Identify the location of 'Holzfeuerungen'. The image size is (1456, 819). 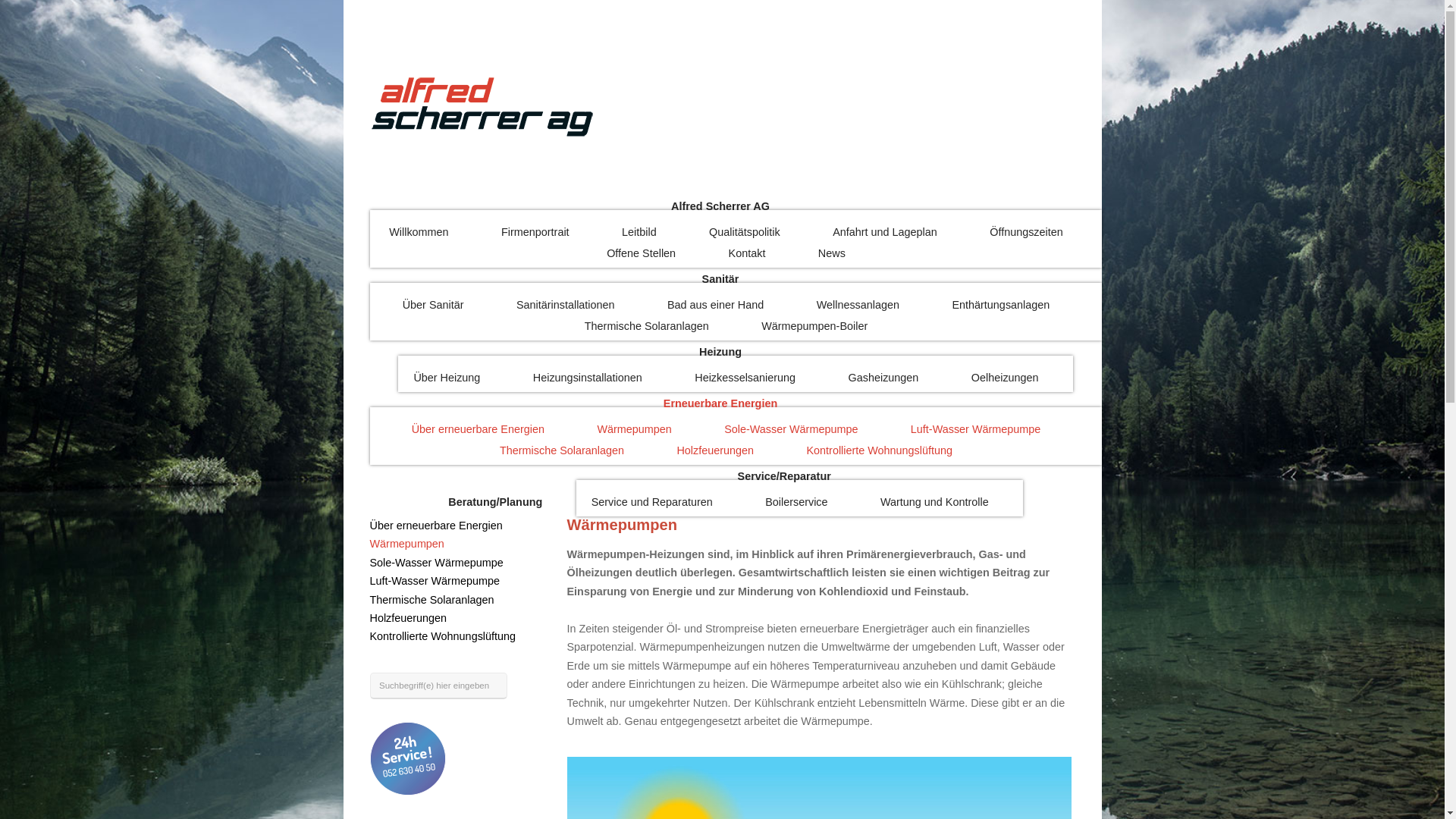
(714, 453).